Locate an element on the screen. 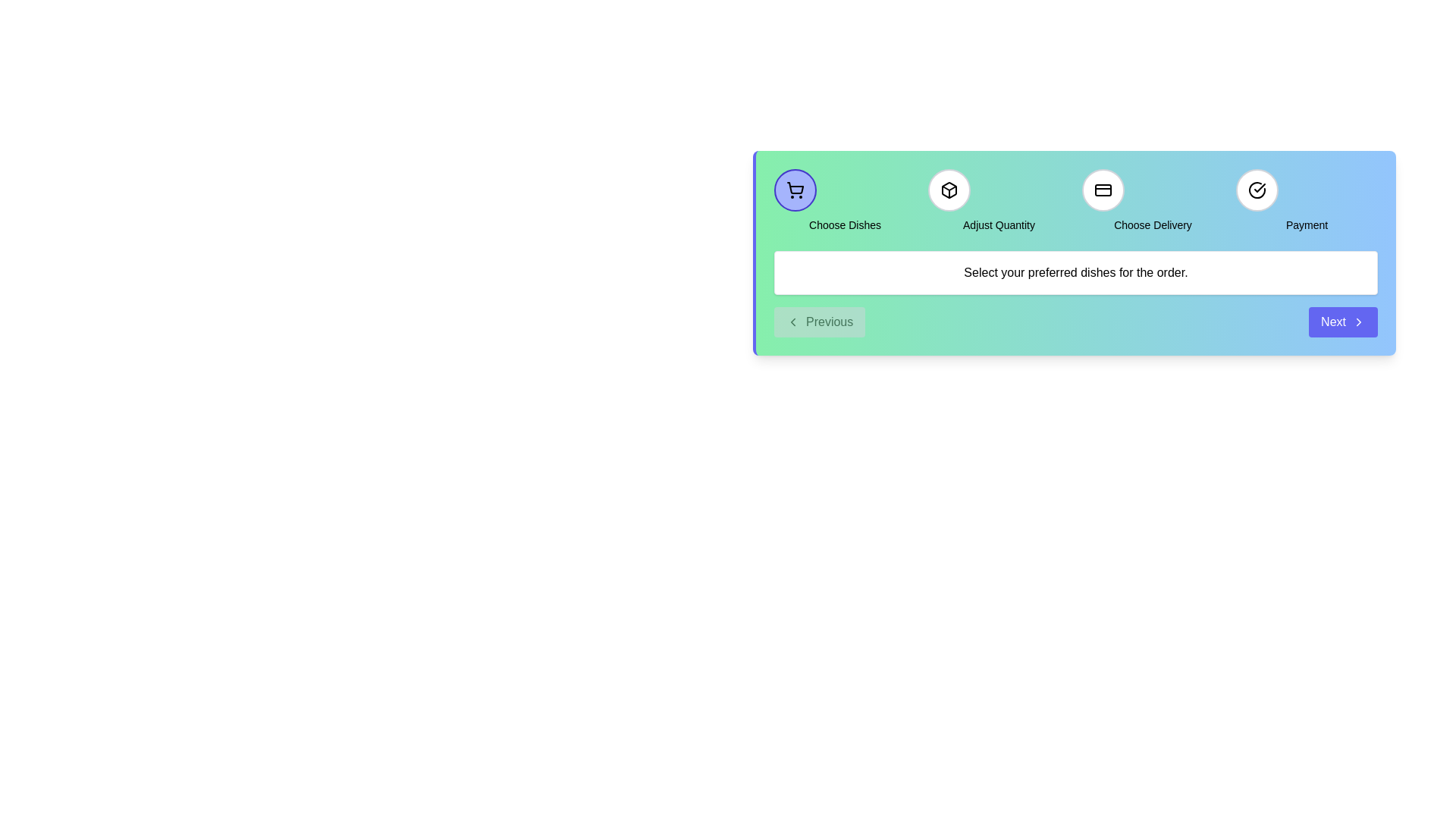 This screenshot has width=1456, height=819. the 'Payment' text label, which indicates the fourth step in a multi-step process, located beneath its corresponding circle icon is located at coordinates (1306, 225).